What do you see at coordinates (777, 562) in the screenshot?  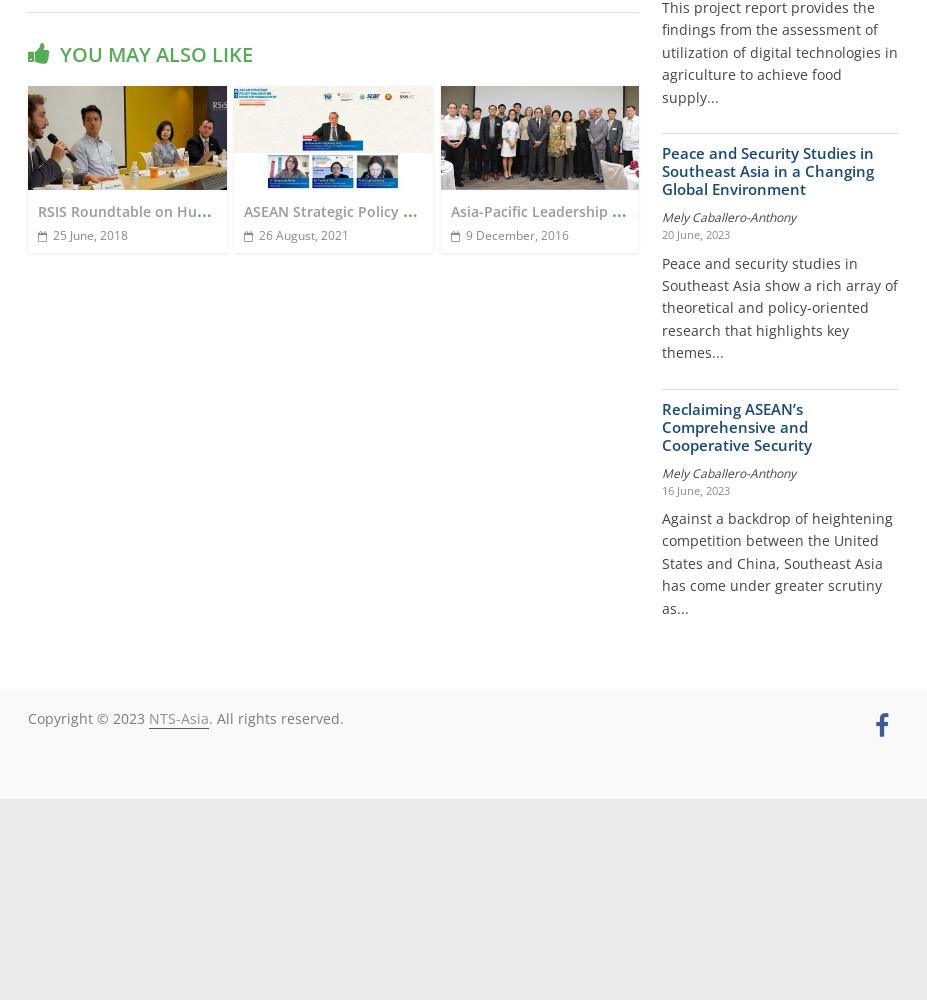 I see `'Against a backdrop of heightening competition between the United States and China, Southeast Asia has come under greater scrutiny as...'` at bounding box center [777, 562].